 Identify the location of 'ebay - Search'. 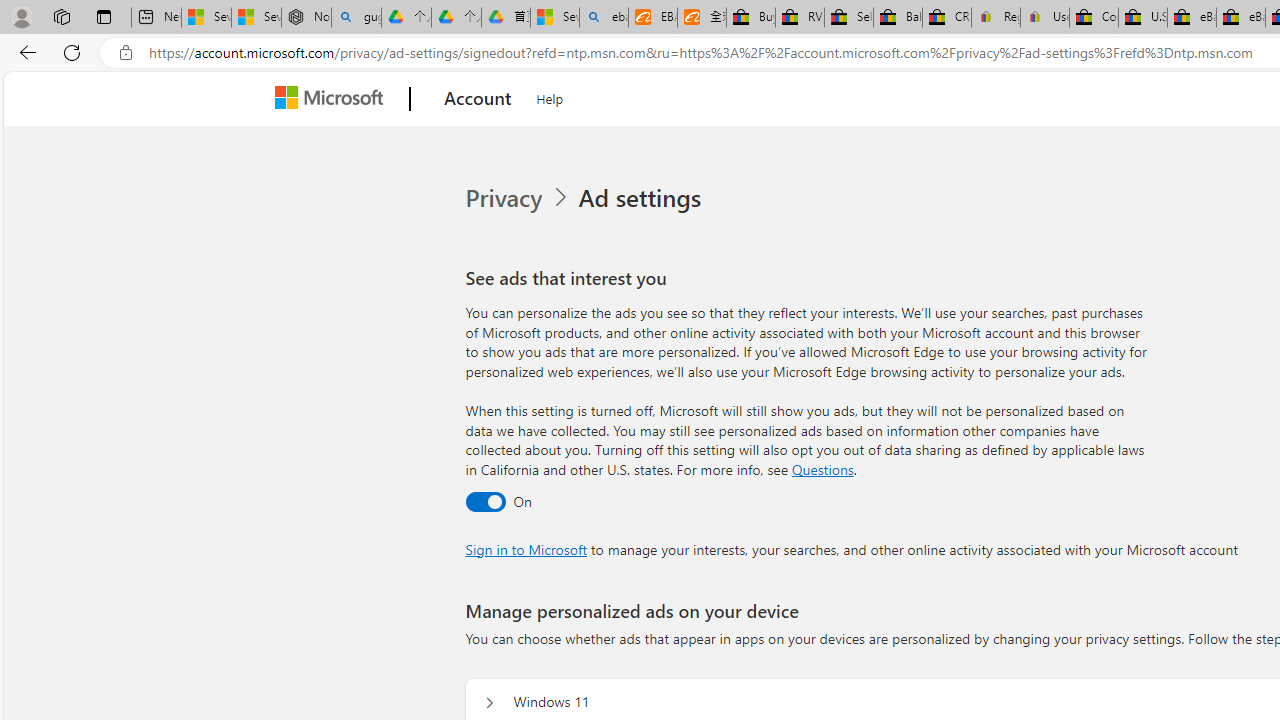
(603, 17).